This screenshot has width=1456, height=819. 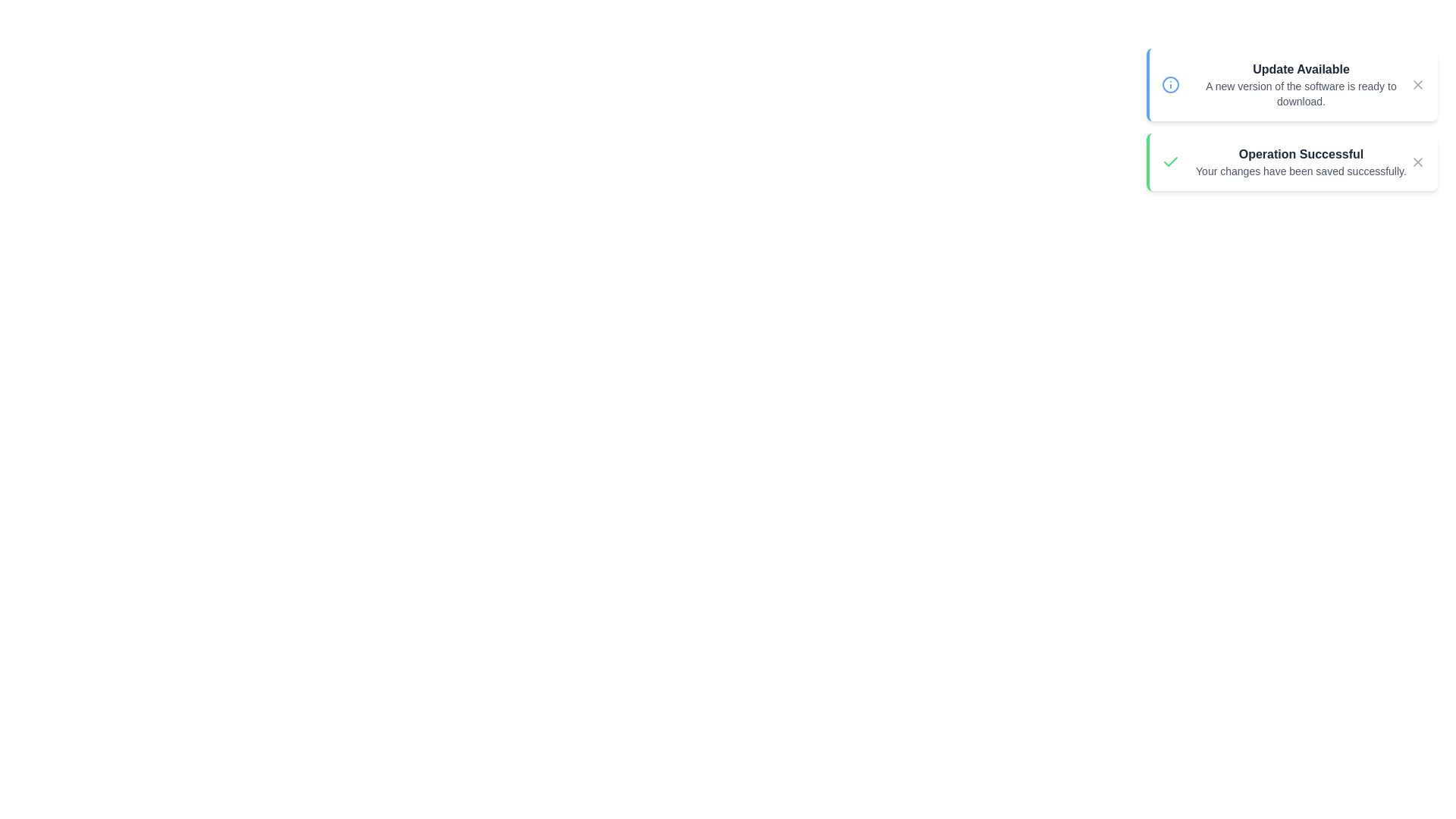 I want to click on the close button icon resembling an 'X' at the top-right corner of the notification card to change its color, so click(x=1417, y=84).